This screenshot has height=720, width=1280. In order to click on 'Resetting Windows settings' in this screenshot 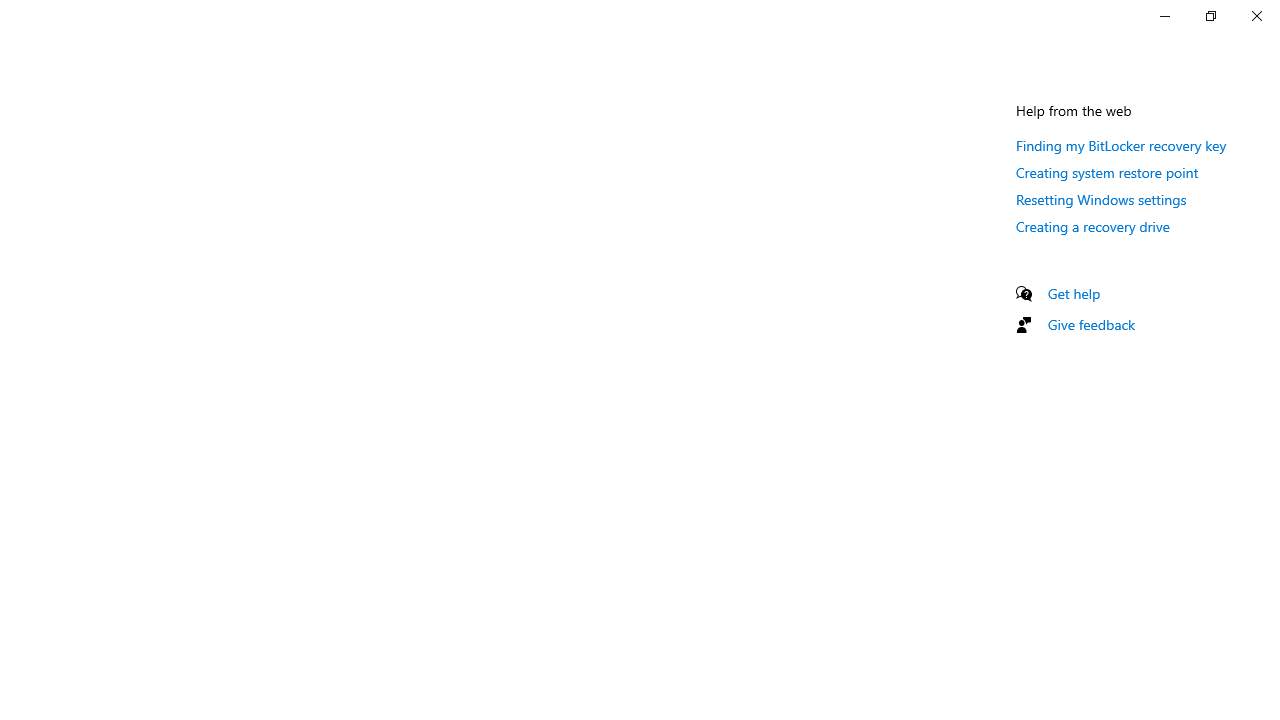, I will do `click(1100, 199)`.